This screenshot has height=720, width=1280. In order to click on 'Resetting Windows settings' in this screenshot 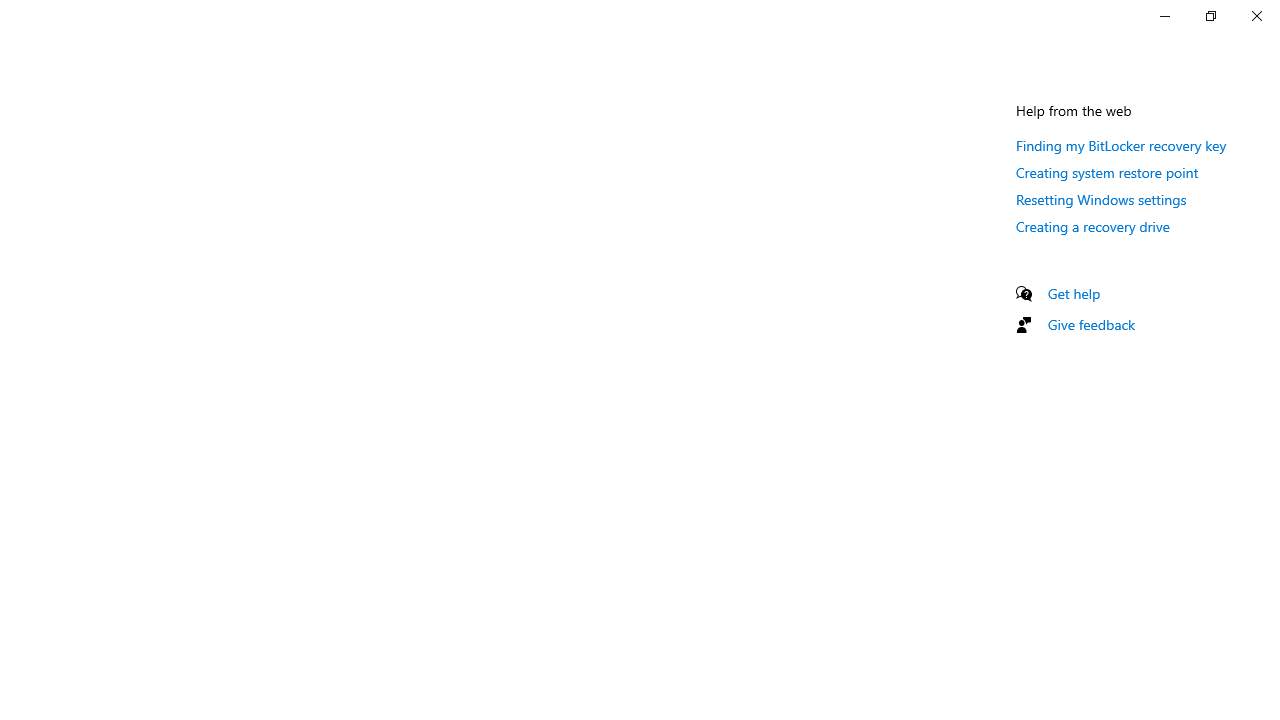, I will do `click(1100, 199)`.